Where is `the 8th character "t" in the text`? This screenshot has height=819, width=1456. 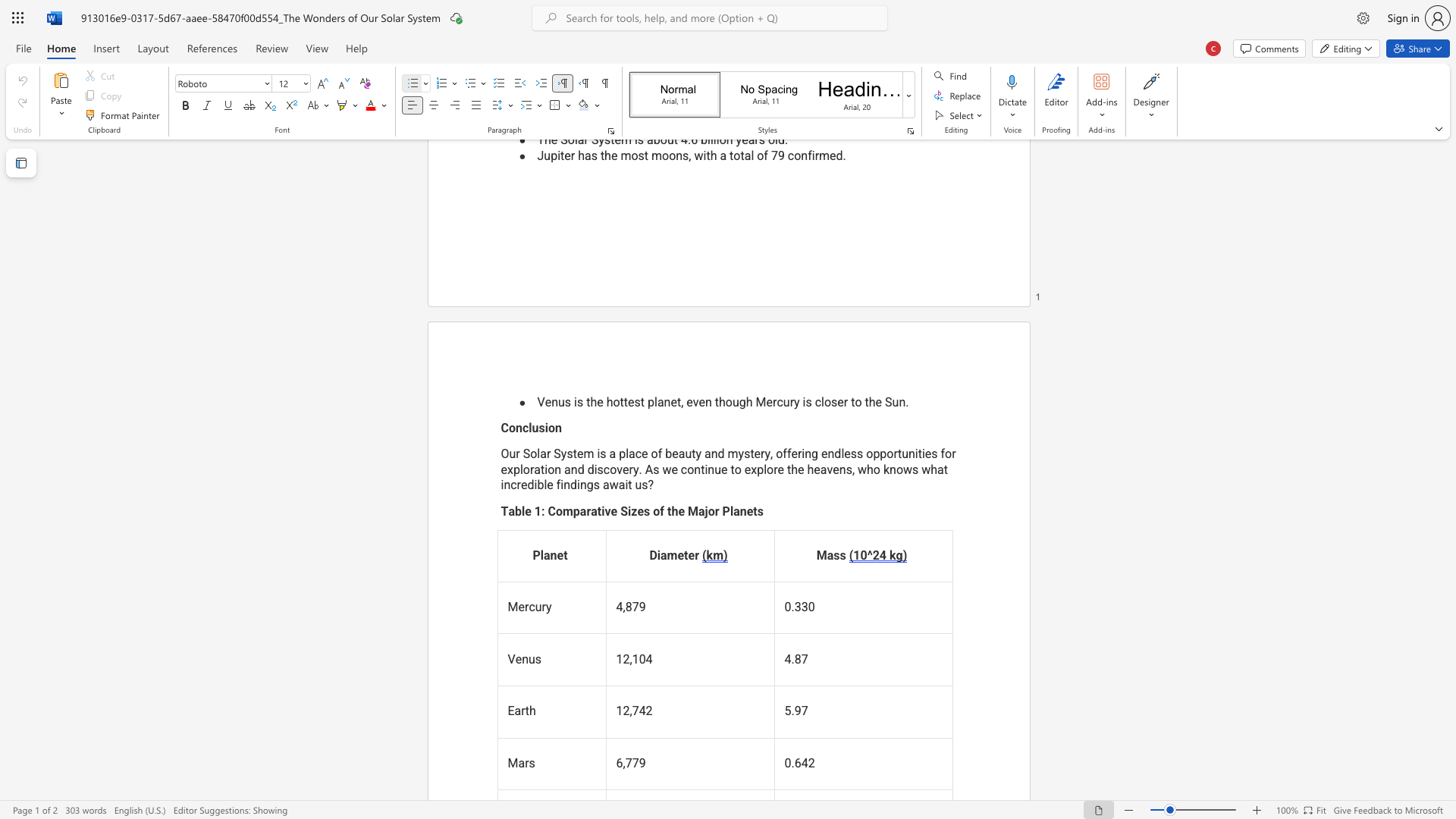 the 8th character "t" in the text is located at coordinates (732, 469).